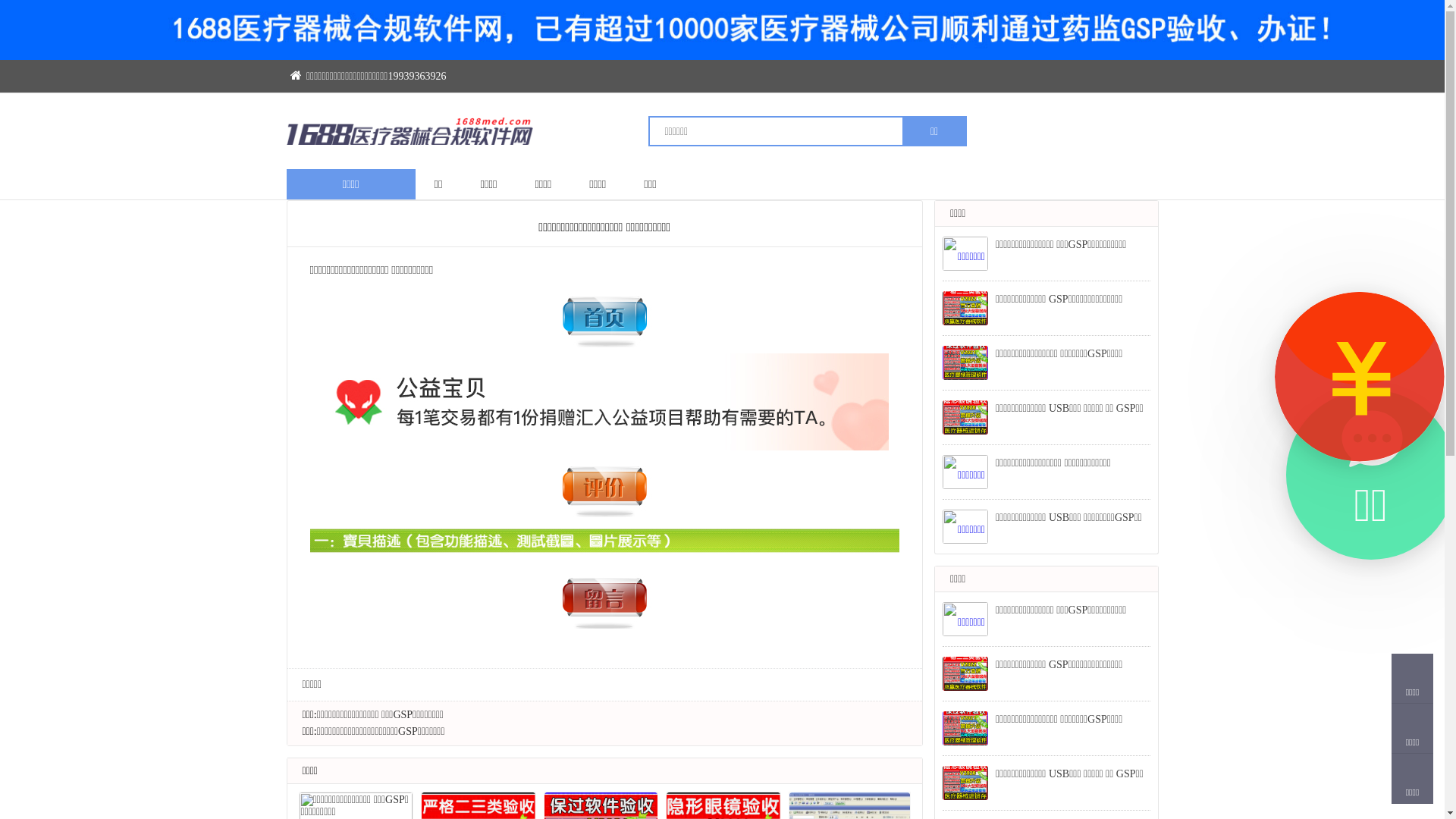 This screenshot has width=1456, height=819. What do you see at coordinates (319, 400) in the screenshot?
I see `'x1.jpg'` at bounding box center [319, 400].